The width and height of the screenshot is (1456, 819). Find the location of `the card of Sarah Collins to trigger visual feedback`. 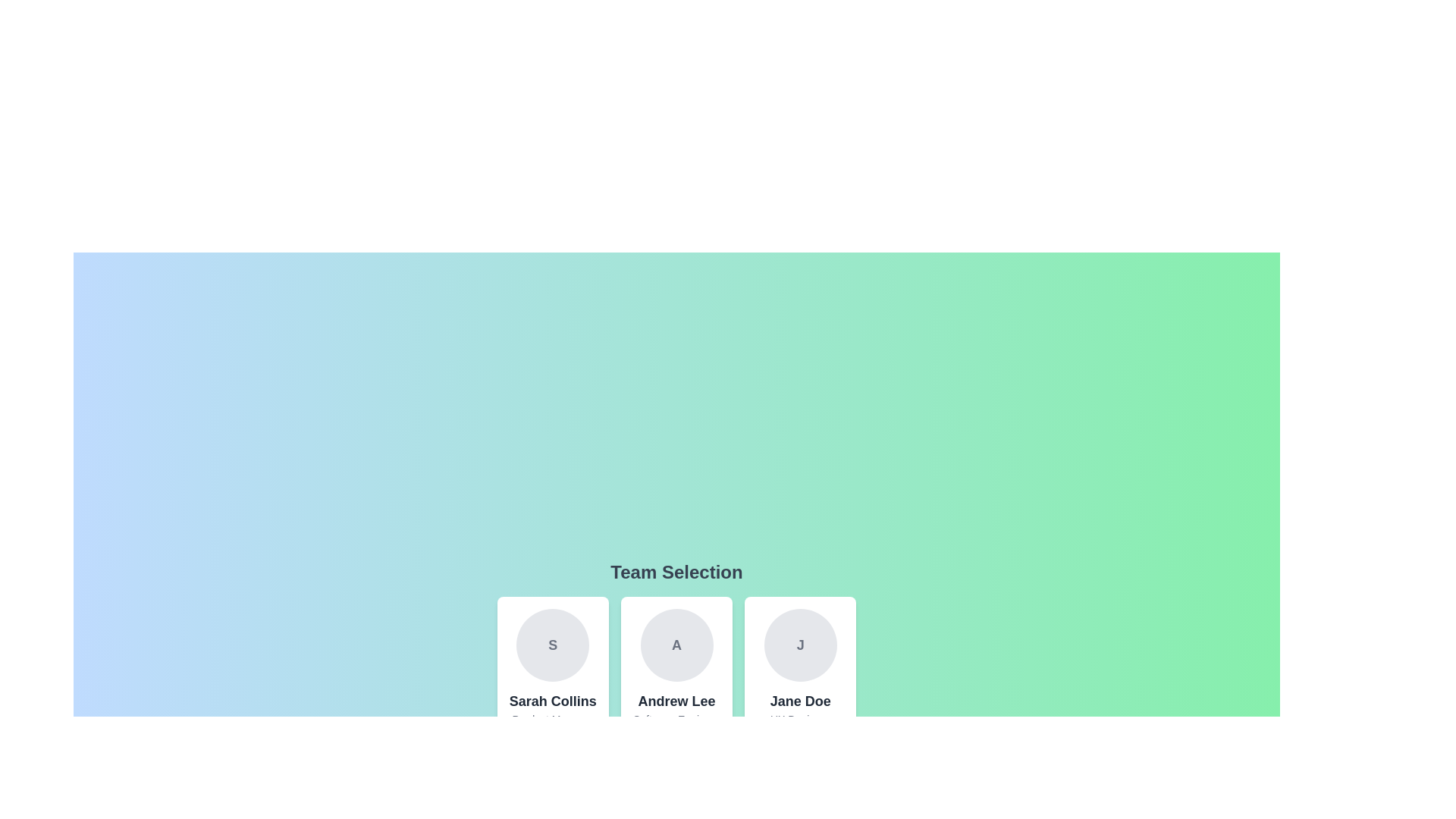

the card of Sarah Collins to trigger visual feedback is located at coordinates (552, 679).